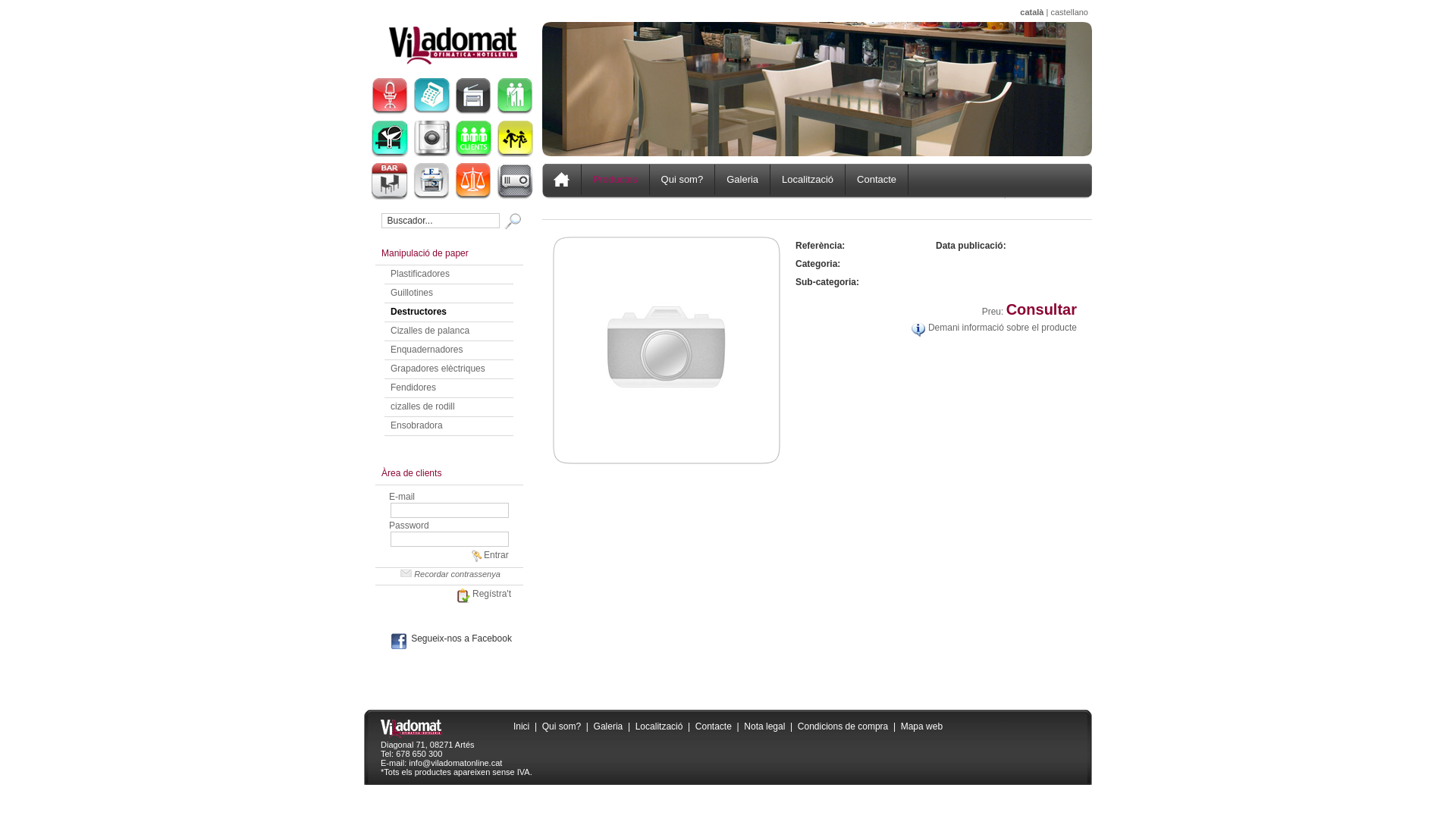 This screenshot has width=1456, height=819. What do you see at coordinates (419, 274) in the screenshot?
I see `'Plastificadores'` at bounding box center [419, 274].